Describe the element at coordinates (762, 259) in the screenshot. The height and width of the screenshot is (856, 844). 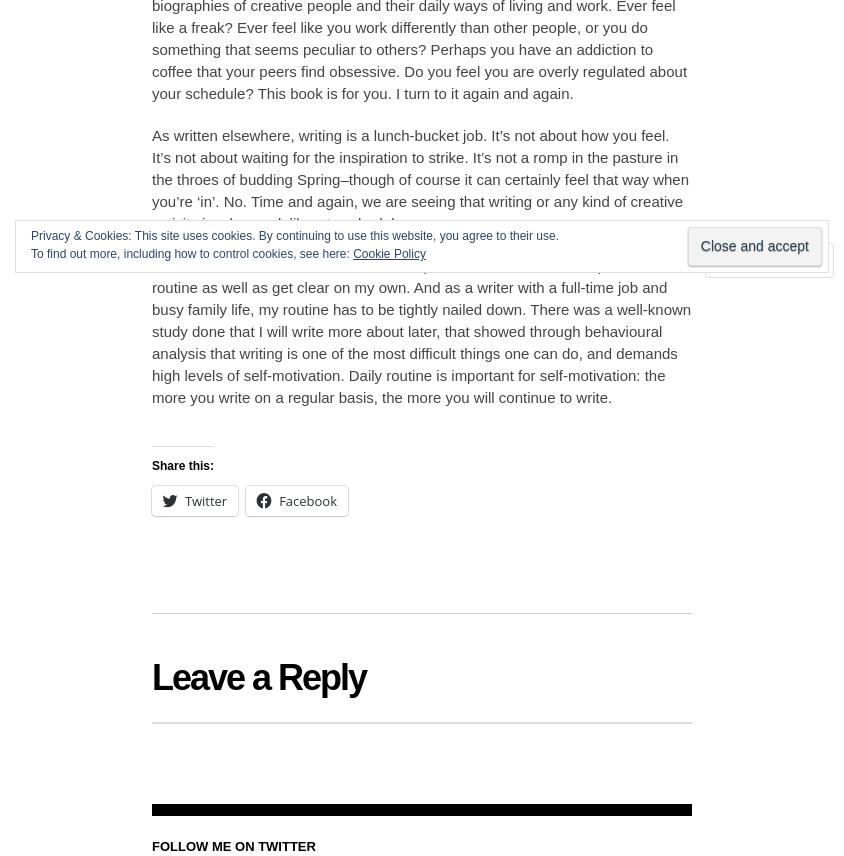
I see `'Follow'` at that location.